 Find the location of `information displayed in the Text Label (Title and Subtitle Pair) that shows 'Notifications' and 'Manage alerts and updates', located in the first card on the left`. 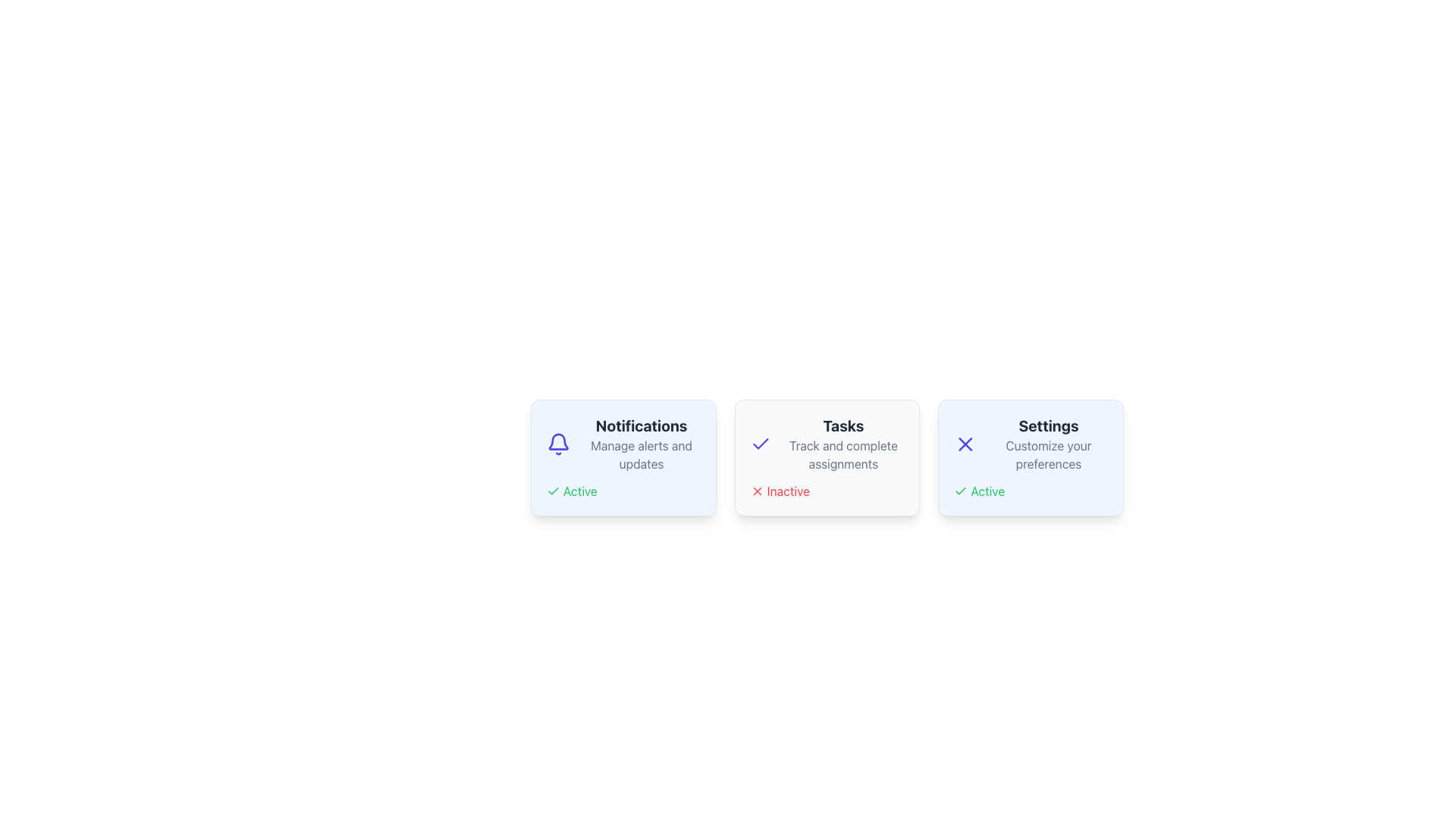

information displayed in the Text Label (Title and Subtitle Pair) that shows 'Notifications' and 'Manage alerts and updates', located in the first card on the left is located at coordinates (642, 444).